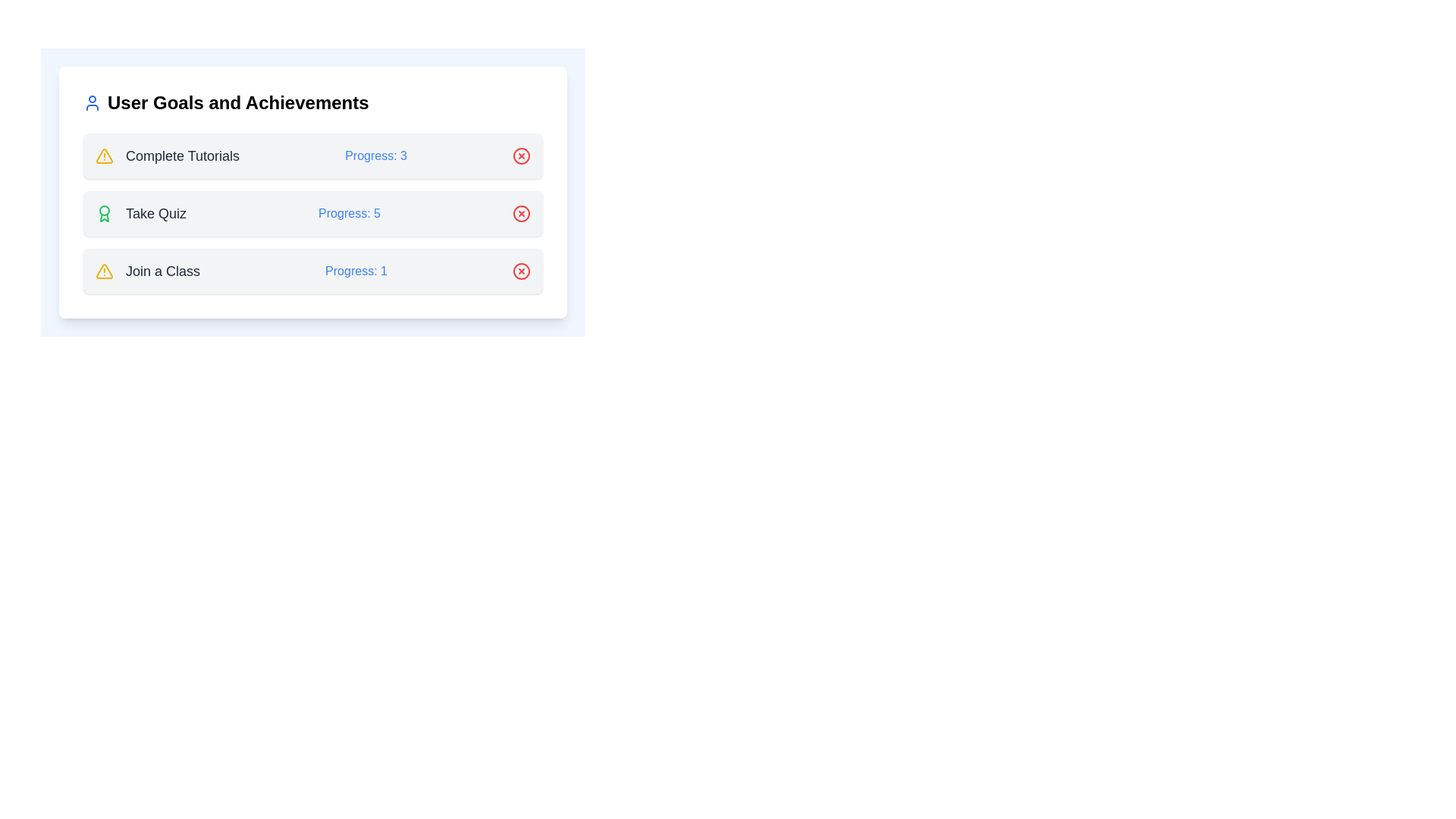 Image resolution: width=1456 pixels, height=819 pixels. What do you see at coordinates (163, 271) in the screenshot?
I see `the text label 'Join a Class', which is styled with a large font size and dark gray color, positioned between an alert icon and a progress text in the third row of goals` at bounding box center [163, 271].